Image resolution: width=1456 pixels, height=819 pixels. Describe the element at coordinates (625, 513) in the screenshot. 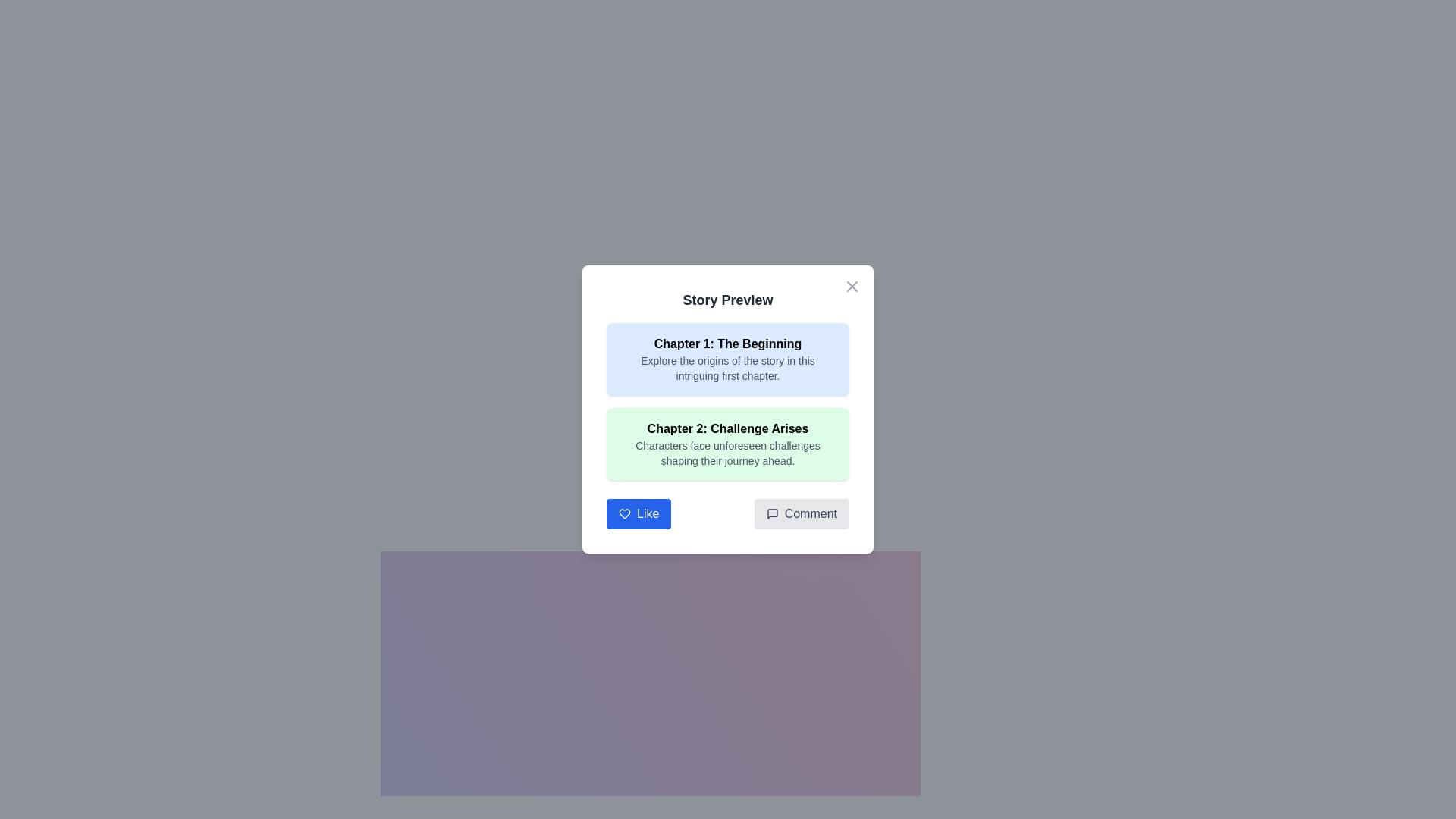

I see `the 'Like' icon located at the bottom-left corner of the 'Story Preview' dialog, which is within the button labeled 'Like.'` at that location.